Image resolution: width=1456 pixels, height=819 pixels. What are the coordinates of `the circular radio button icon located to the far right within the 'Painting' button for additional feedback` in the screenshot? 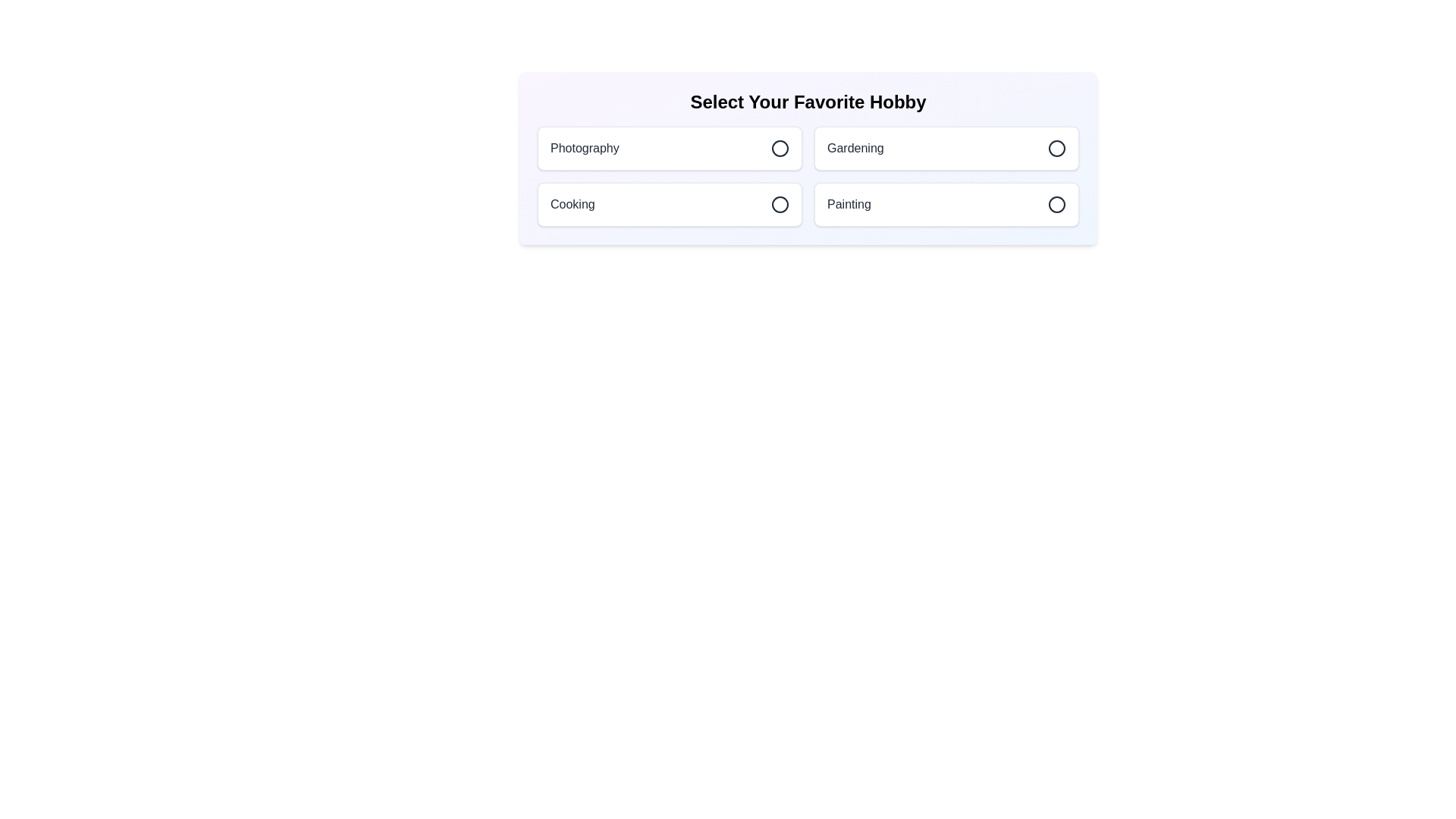 It's located at (1056, 205).